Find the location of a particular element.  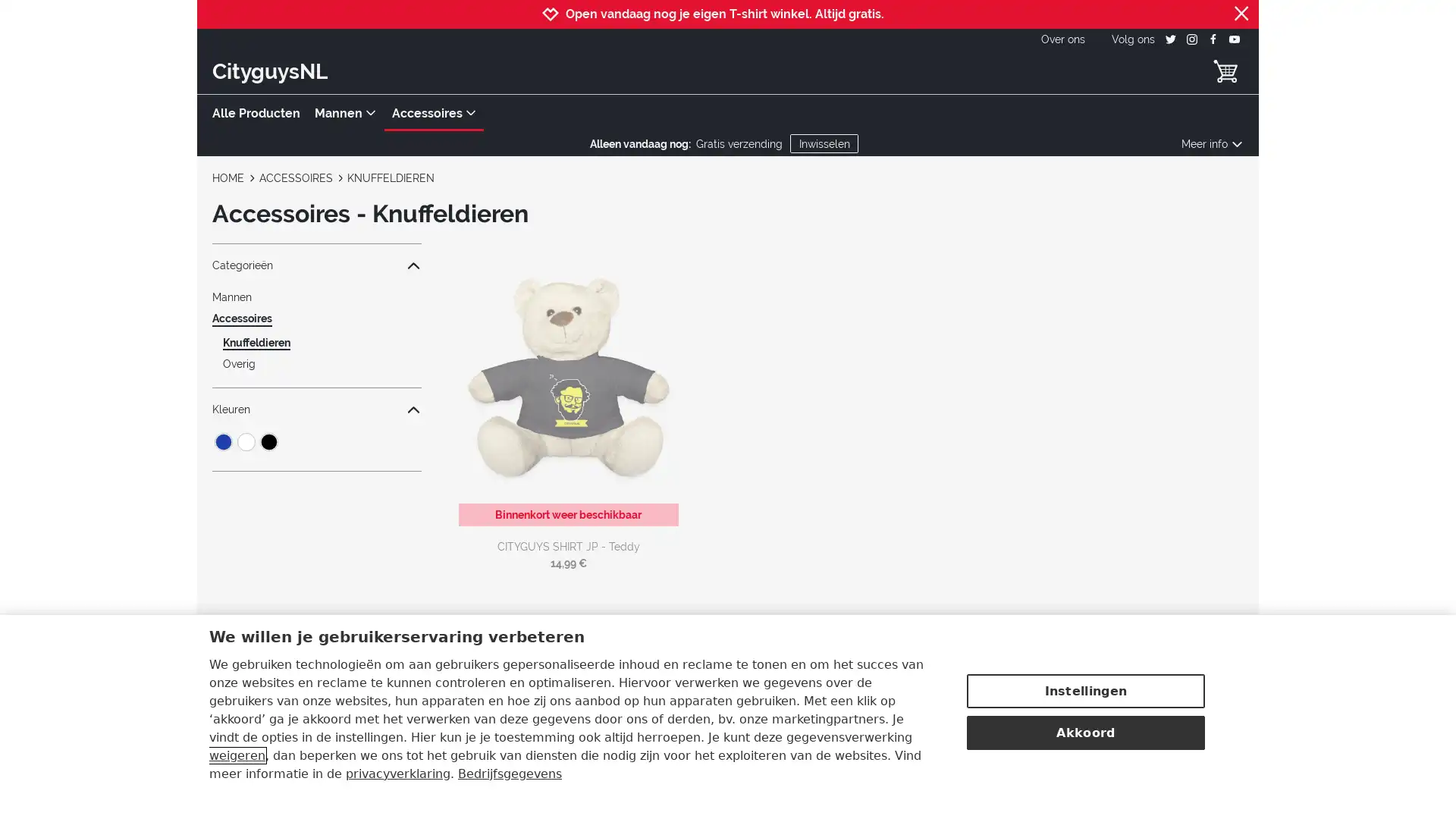

Akkoord is located at coordinates (1084, 730).